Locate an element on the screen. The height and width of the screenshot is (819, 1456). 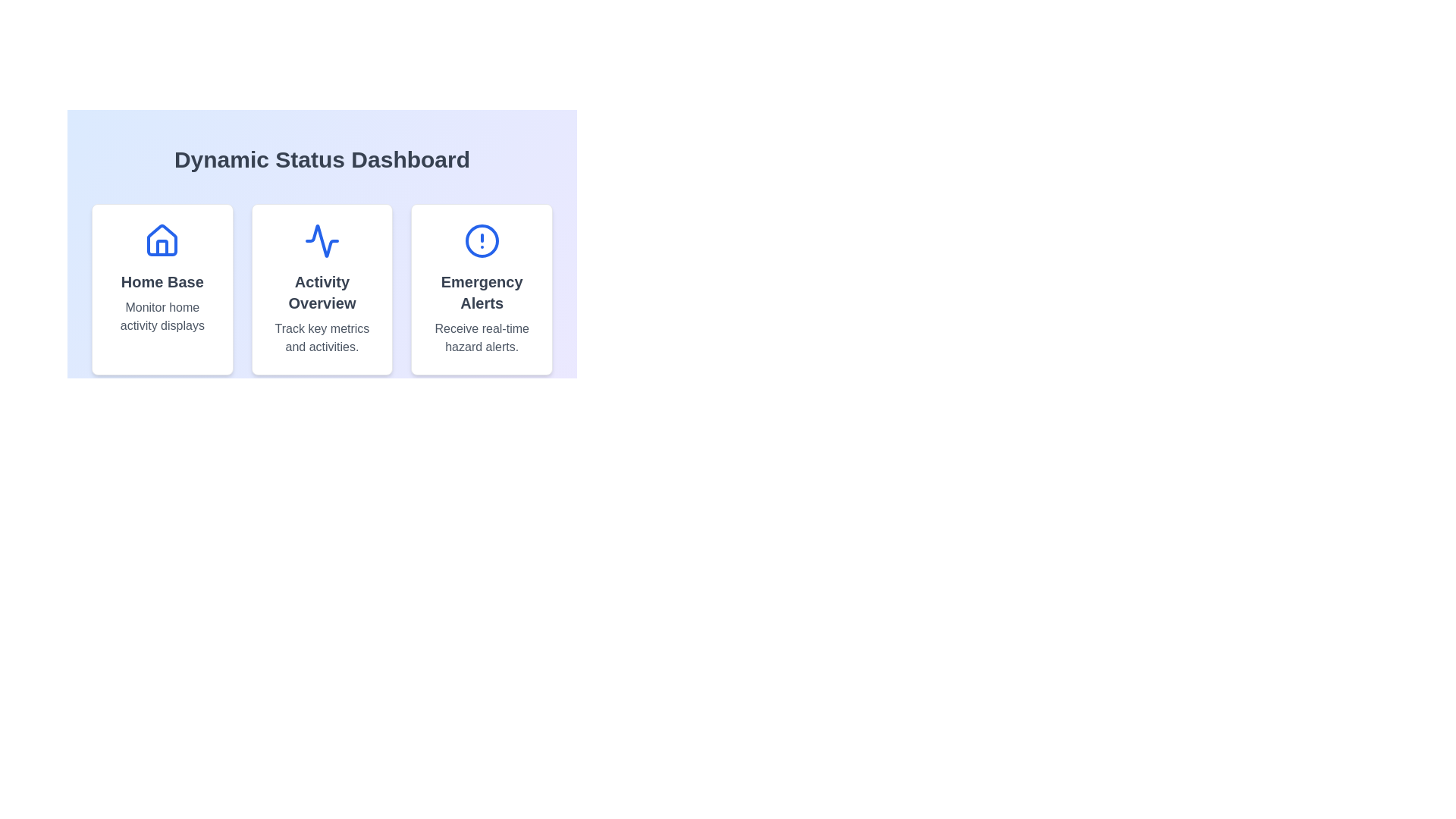
the waveform-like icon in bold blue color located at the top section of the 'Activity Overview' card, positioned above the textual content is located at coordinates (321, 240).